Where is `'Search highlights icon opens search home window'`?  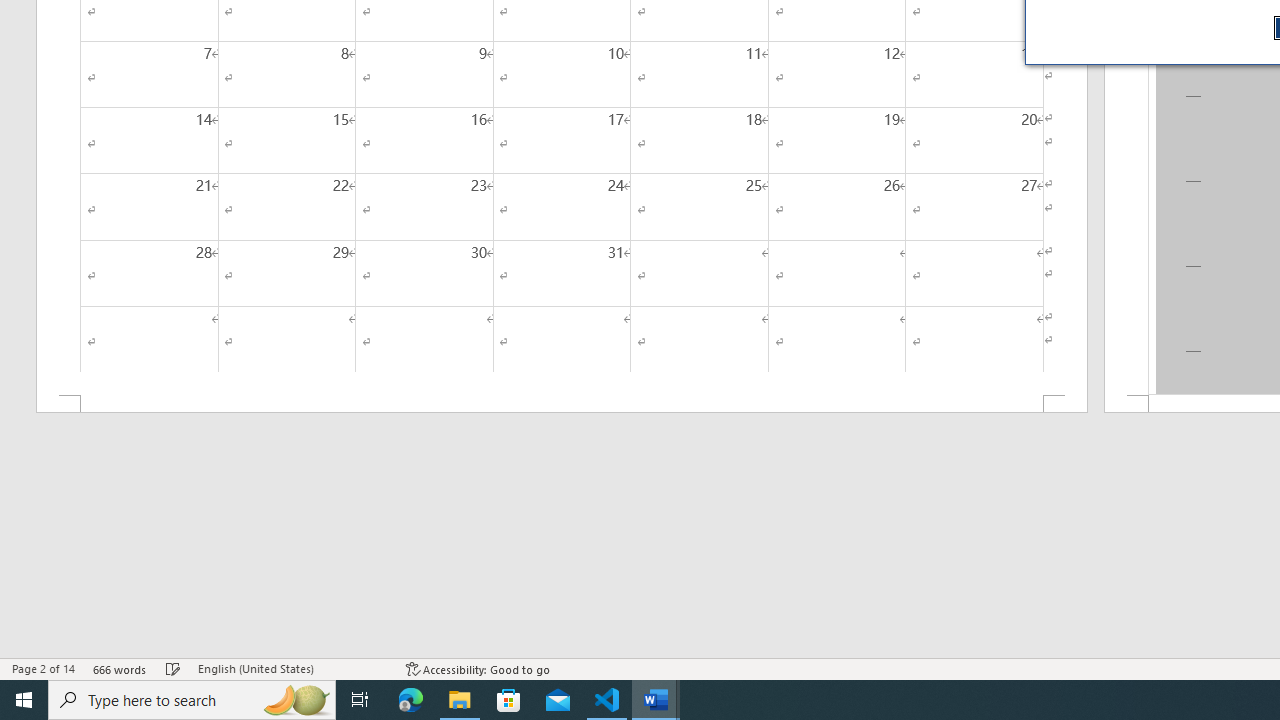
'Search highlights icon opens search home window' is located at coordinates (294, 698).